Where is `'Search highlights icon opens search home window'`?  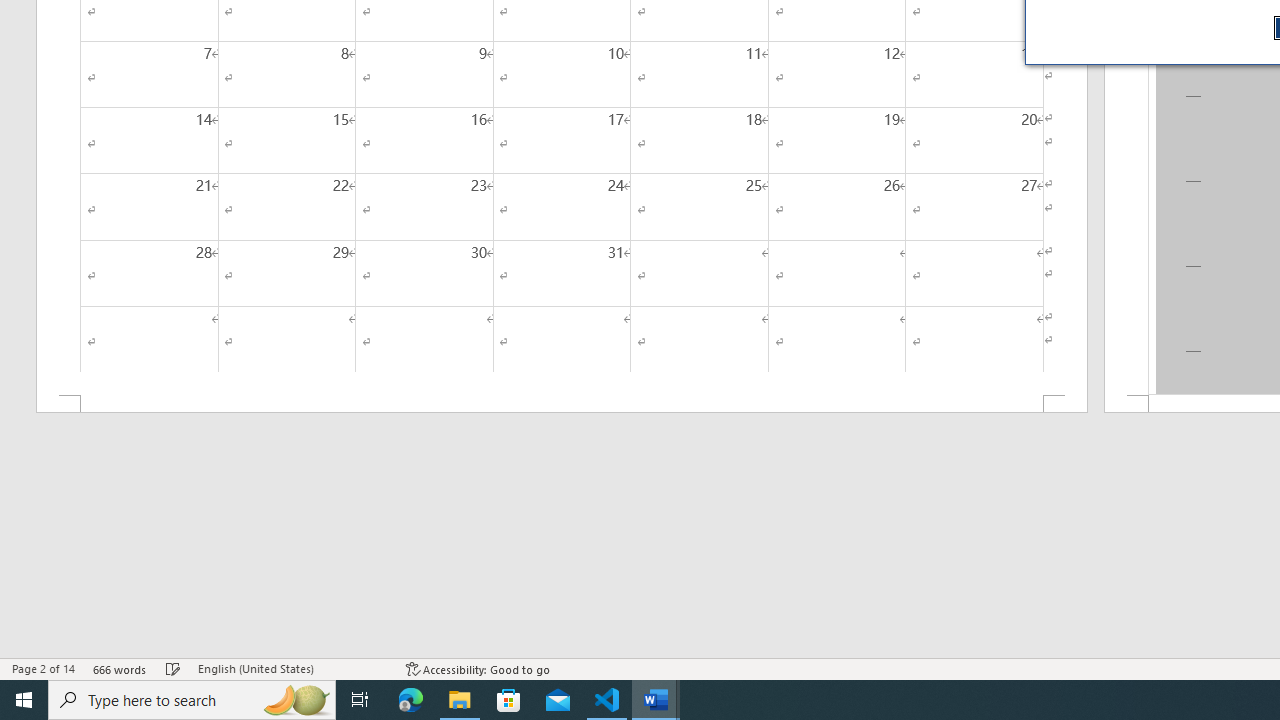
'Search highlights icon opens search home window' is located at coordinates (294, 698).